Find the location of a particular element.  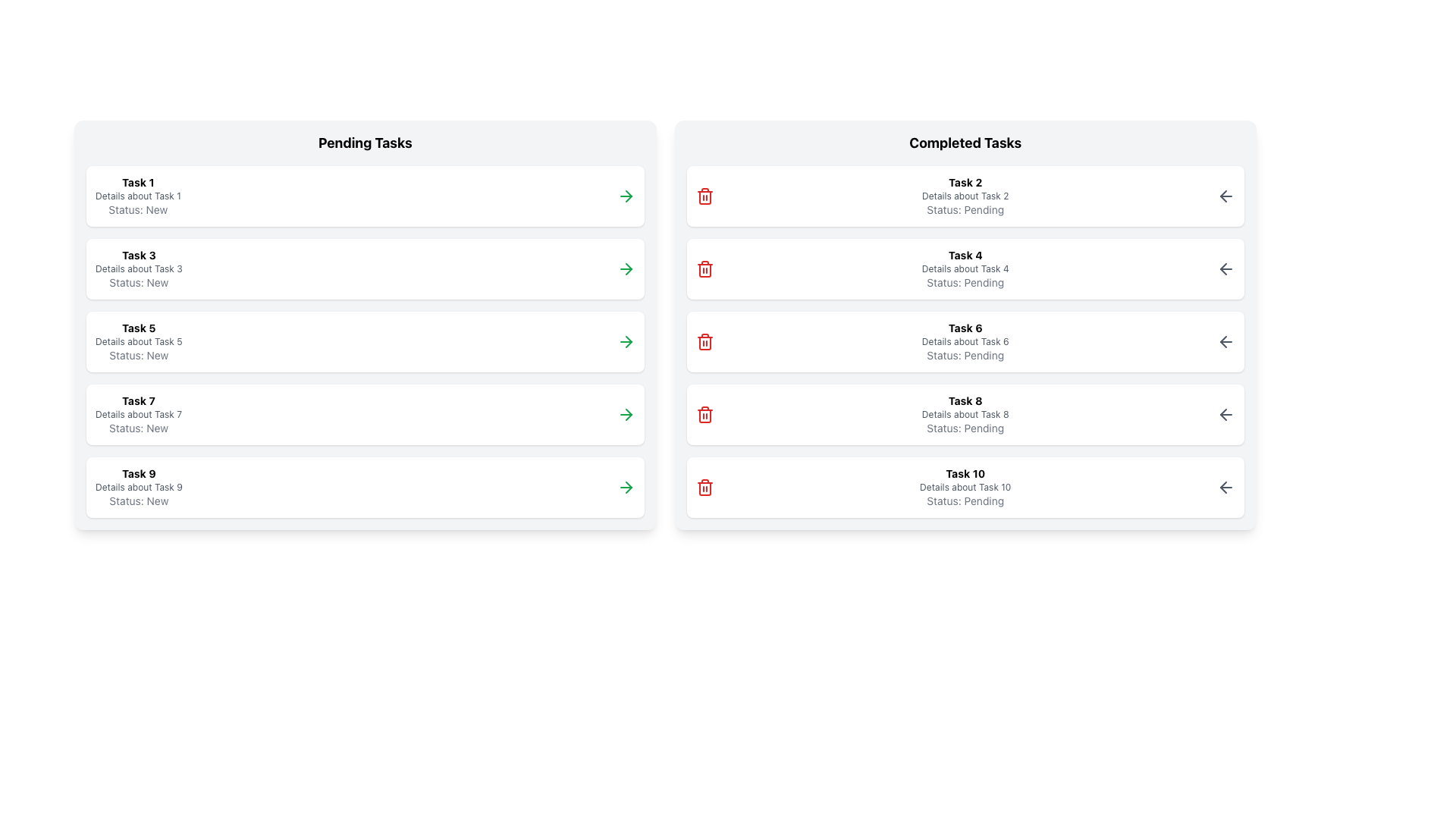

the small red trash can icon located on the left side of the box containing 'Task 6' is located at coordinates (704, 342).